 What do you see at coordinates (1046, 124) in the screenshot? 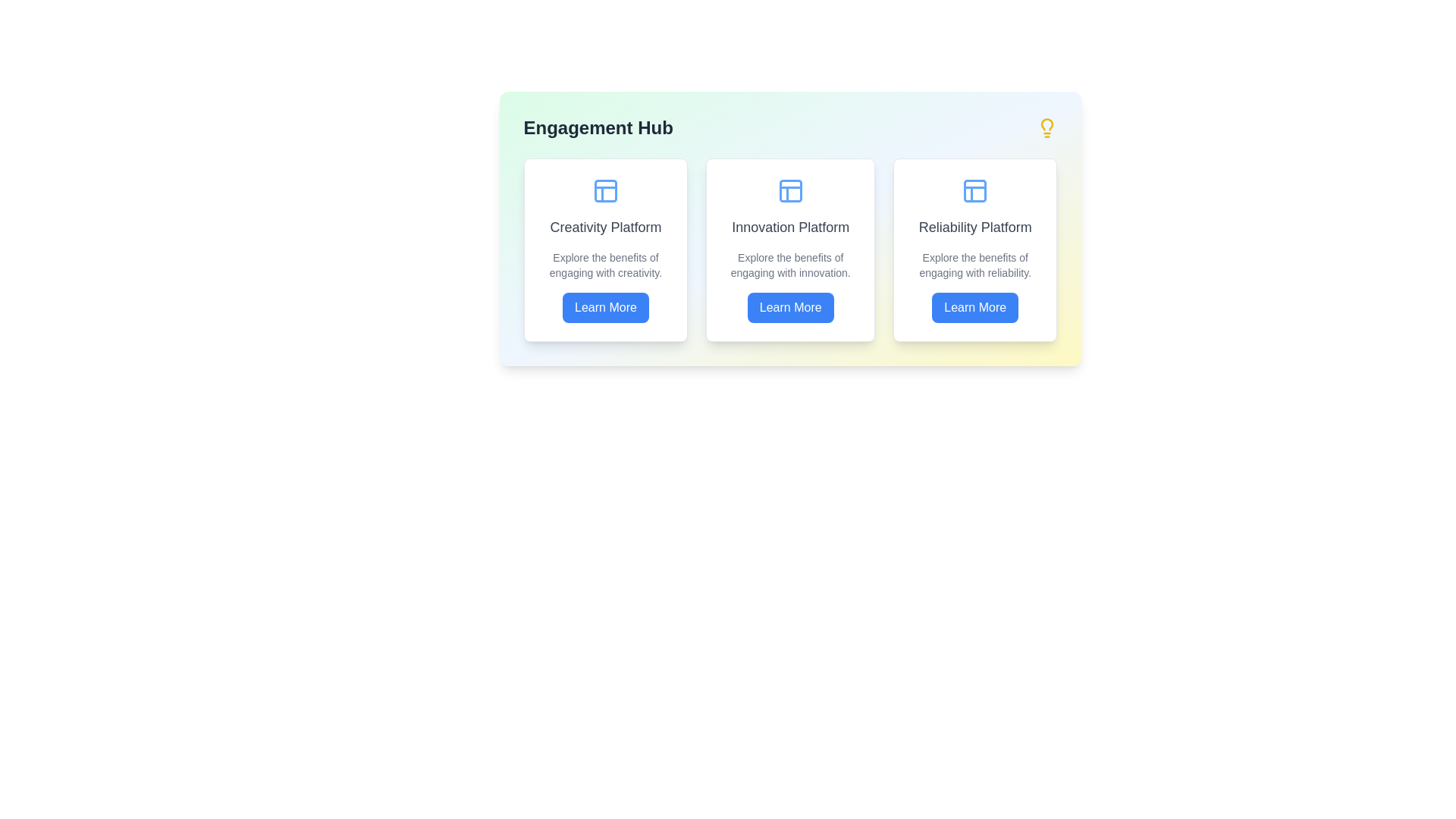
I see `the lit-up portion of the light bulb icon in the SVG component, which signifies illumination and is positioned at the top right corner of the interface above the 'Reliability Platform' card` at bounding box center [1046, 124].